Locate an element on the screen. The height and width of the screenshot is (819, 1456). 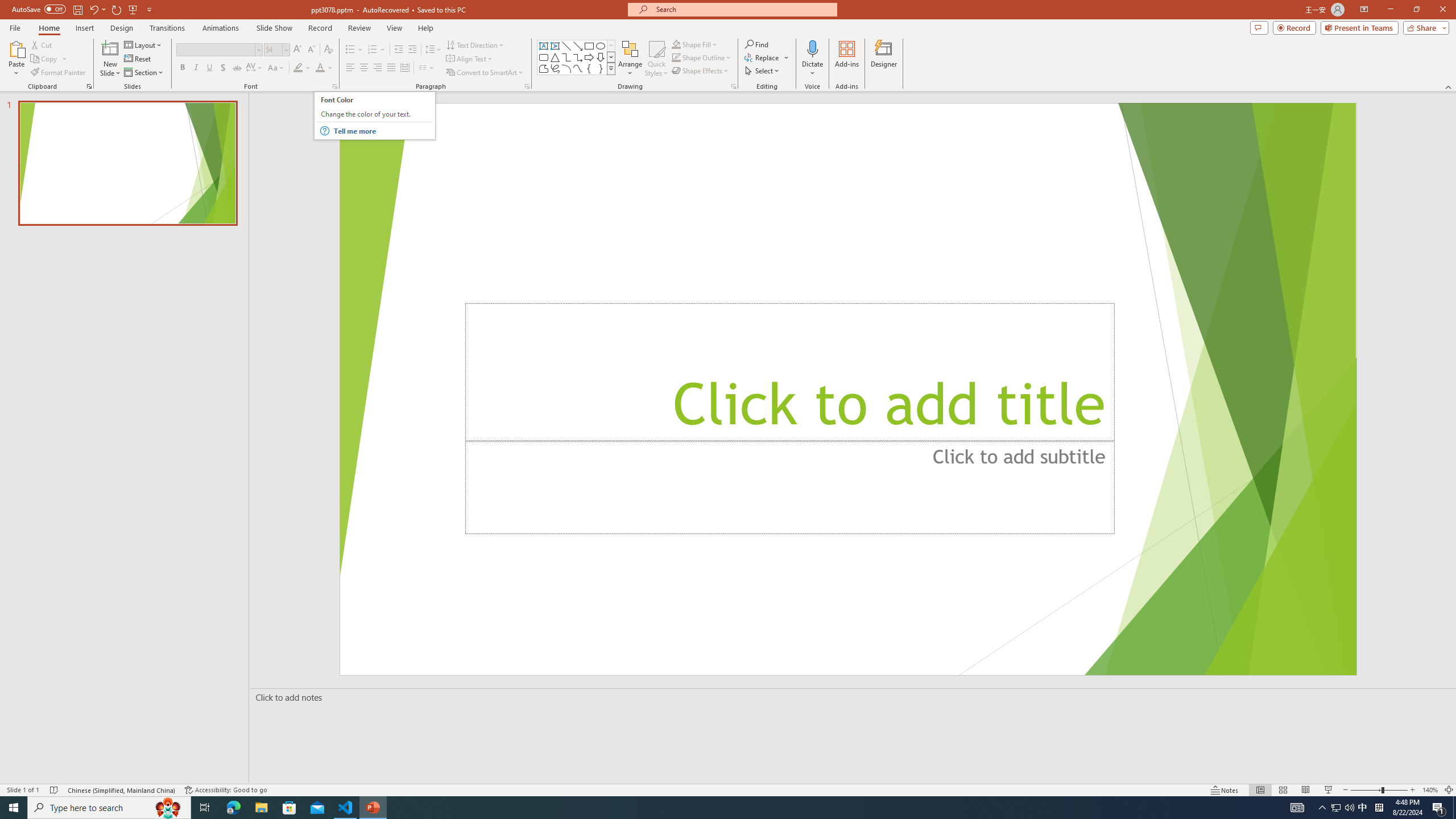
'Shape Effects' is located at coordinates (700, 69).